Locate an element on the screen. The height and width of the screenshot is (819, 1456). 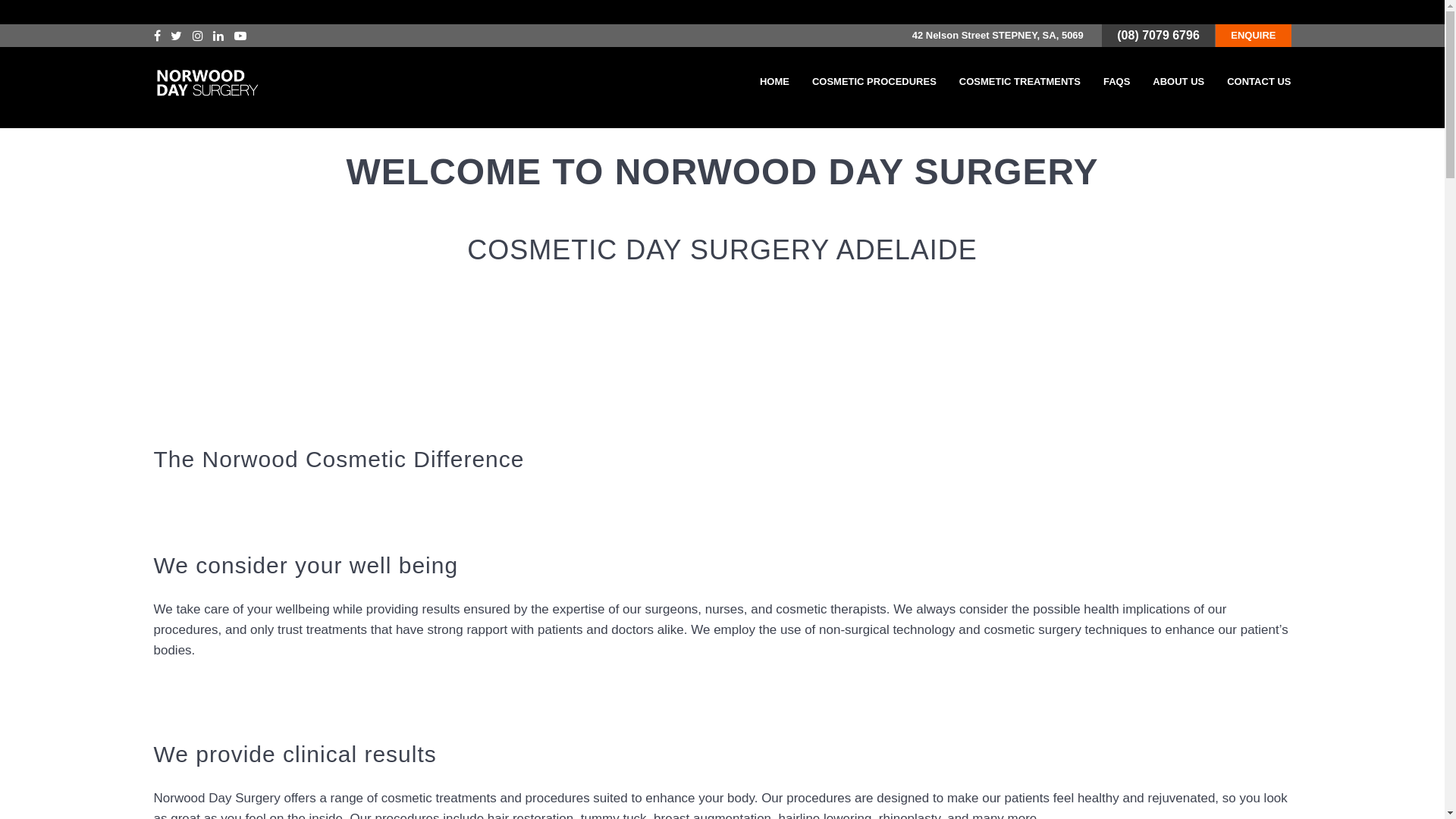
'HOME' is located at coordinates (774, 82).